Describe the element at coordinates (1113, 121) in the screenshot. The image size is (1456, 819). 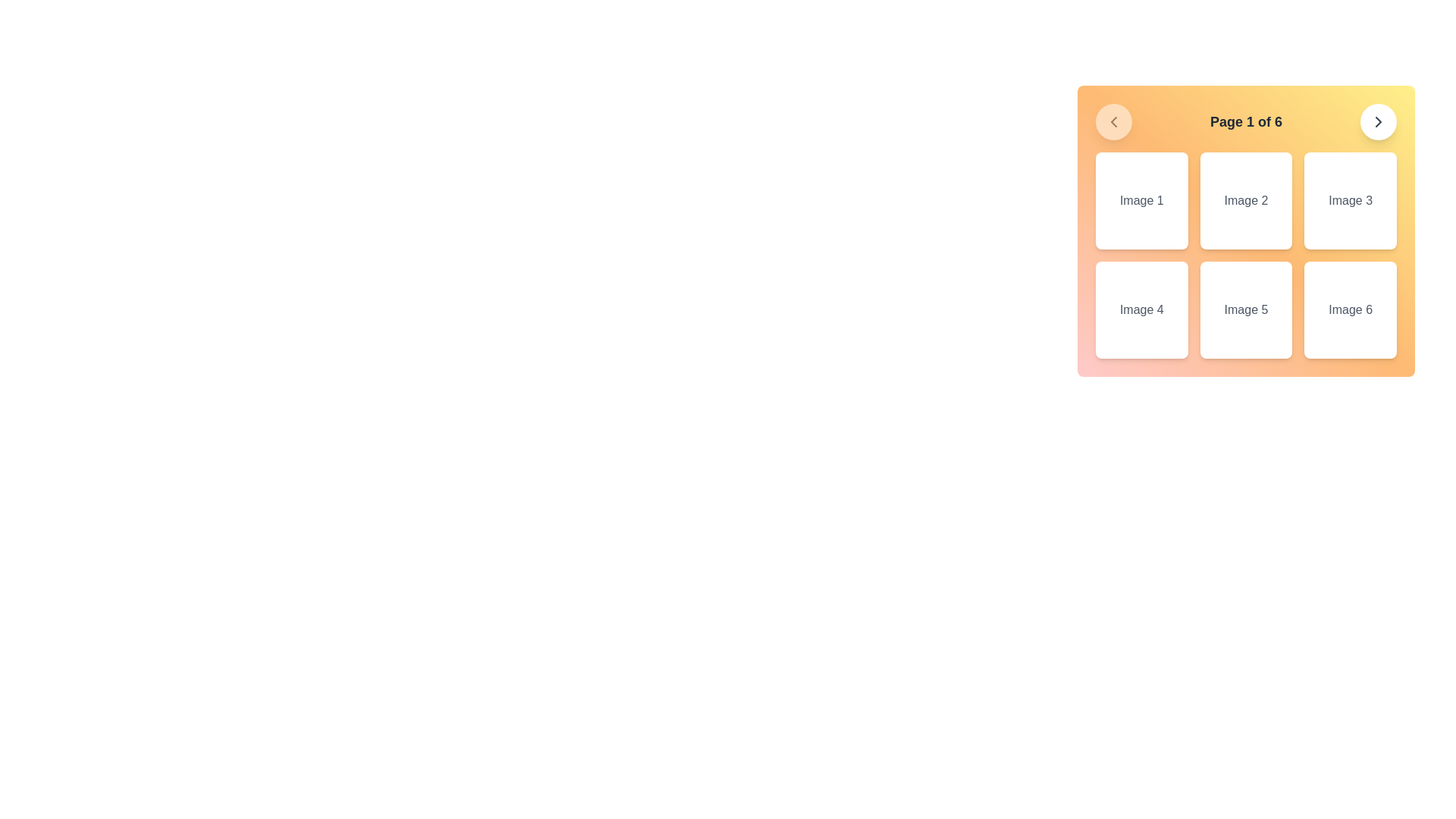
I see `the circular button with a white background and a left-pointing chevron icon located on the left side of the page navigation section` at that location.